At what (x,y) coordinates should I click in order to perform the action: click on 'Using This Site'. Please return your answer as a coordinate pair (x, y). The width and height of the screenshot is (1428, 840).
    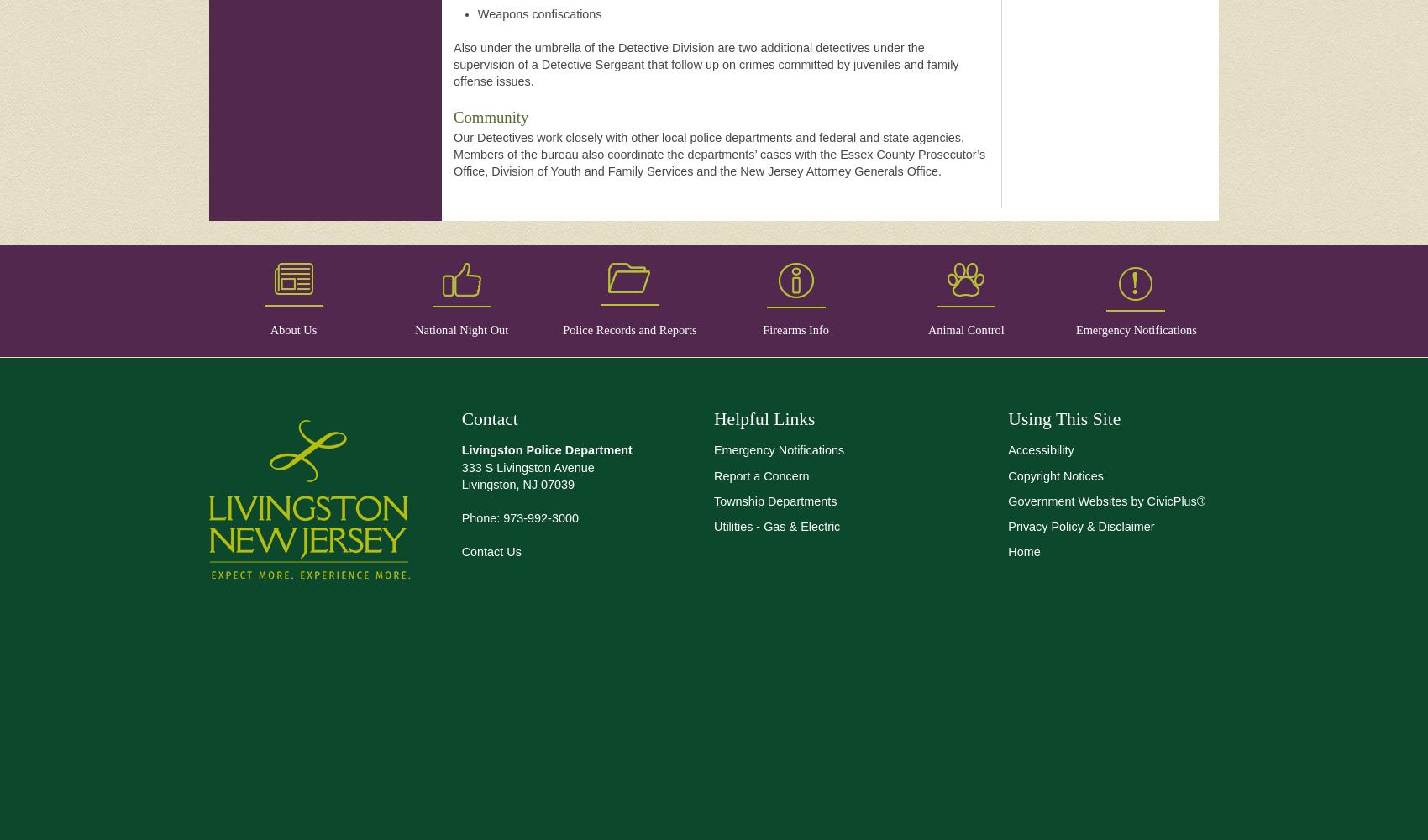
    Looking at the image, I should click on (1063, 417).